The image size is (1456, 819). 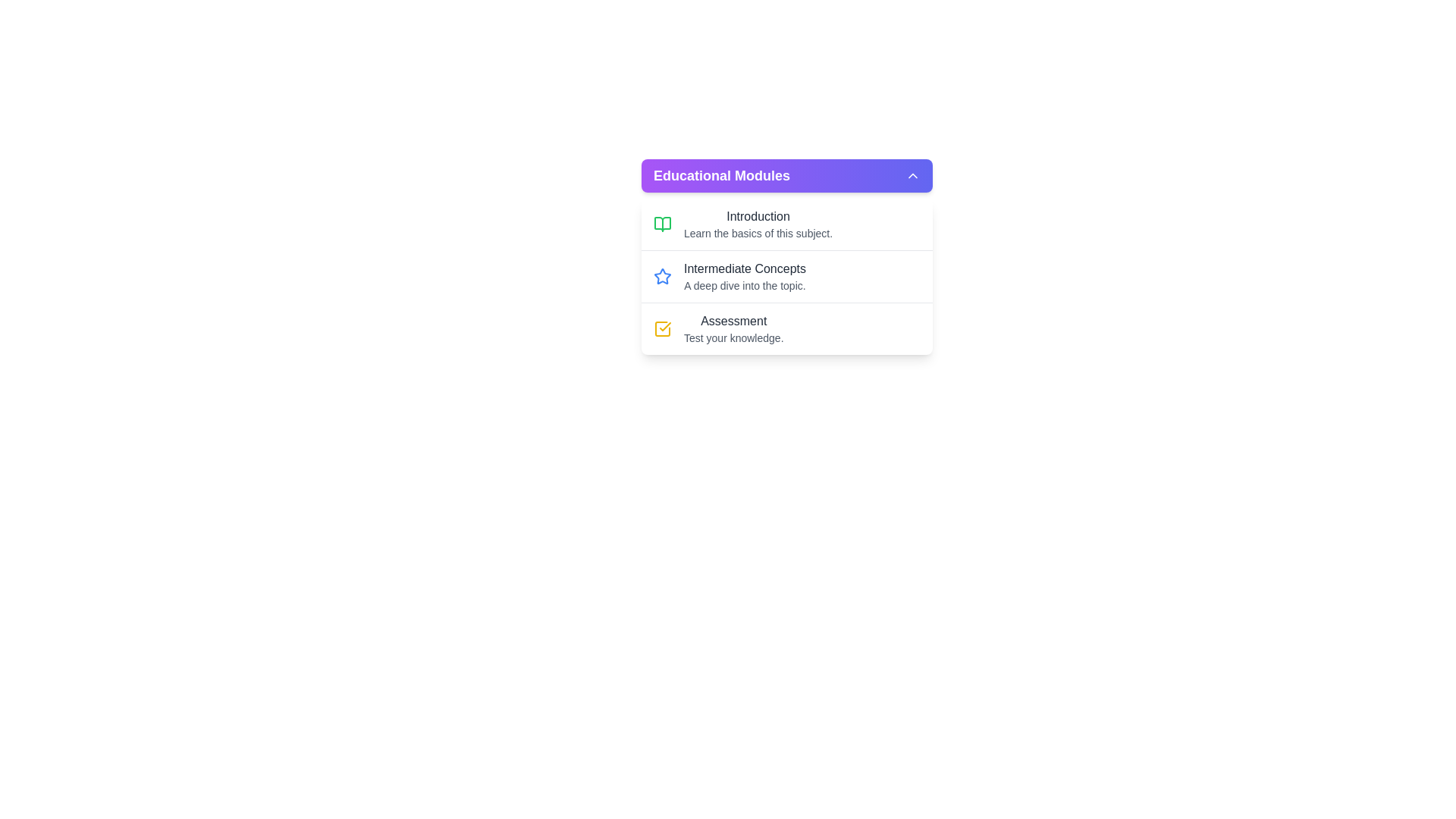 What do you see at coordinates (662, 328) in the screenshot?
I see `the third icon in the vertical list of Assessment modules, which serves as a visual indicator for completion or activation of the related Assessment module` at bounding box center [662, 328].